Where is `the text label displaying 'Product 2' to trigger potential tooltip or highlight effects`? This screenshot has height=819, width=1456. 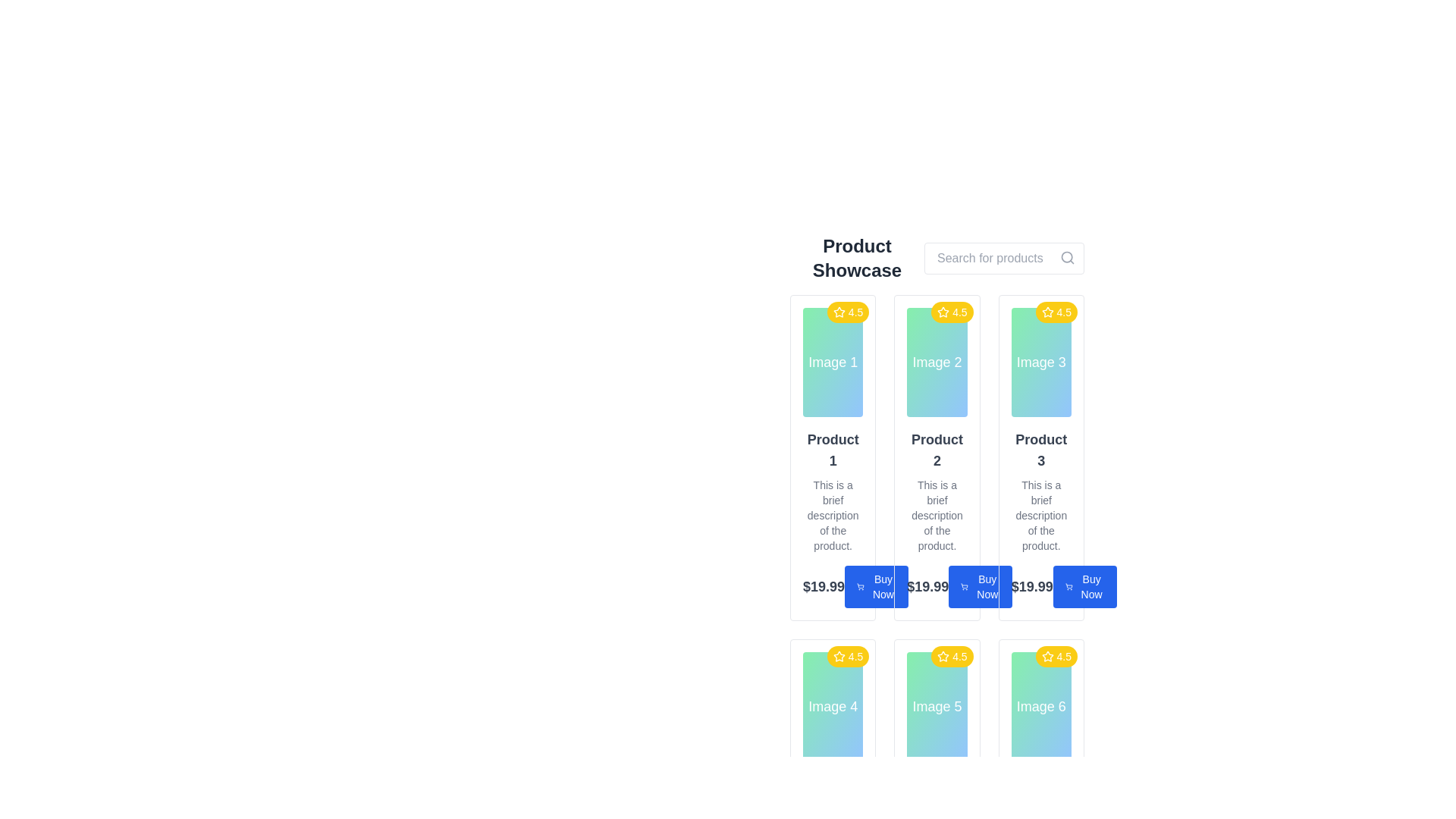
the text label displaying 'Product 2' to trigger potential tooltip or highlight effects is located at coordinates (936, 450).